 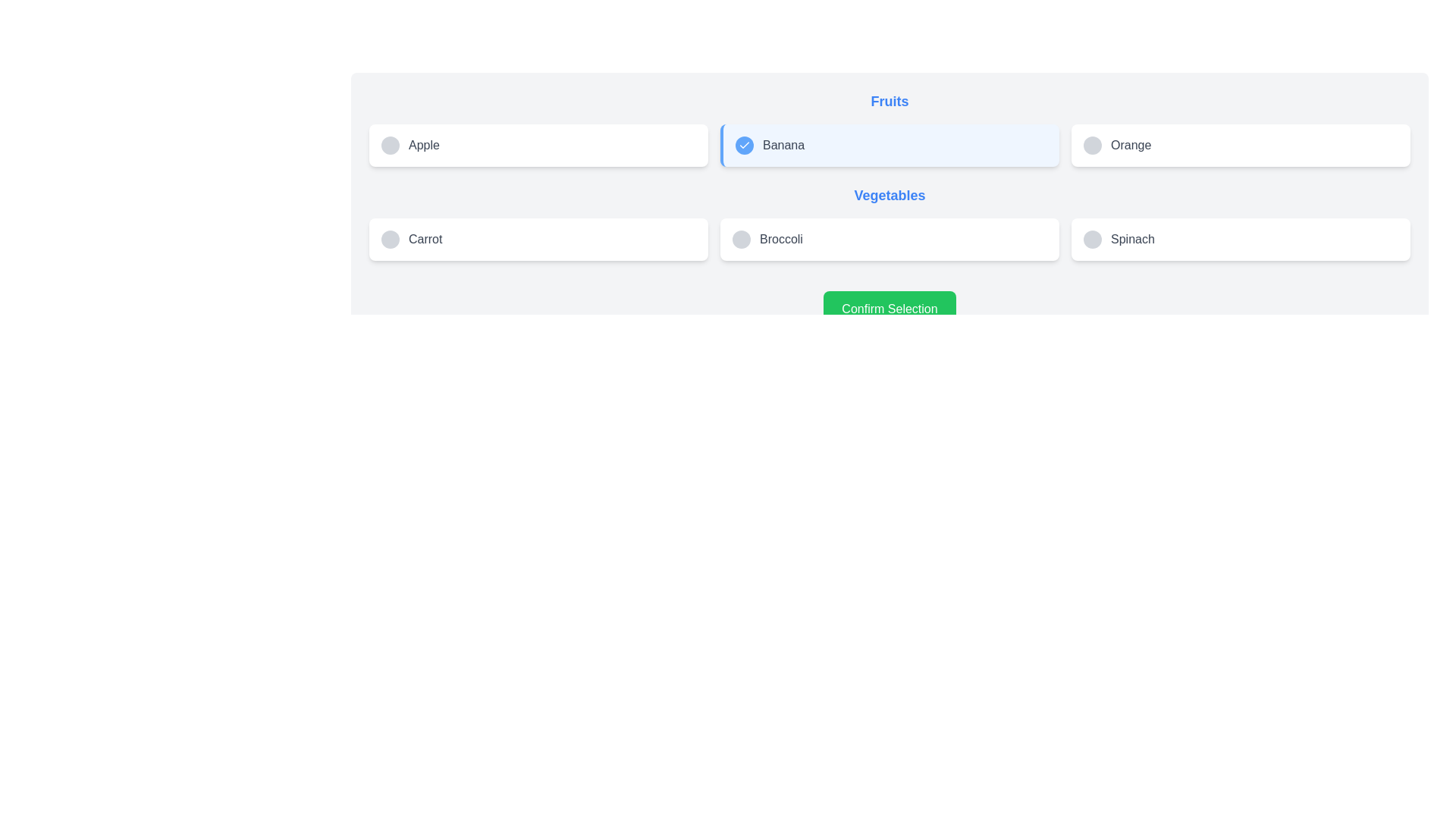 What do you see at coordinates (742, 239) in the screenshot?
I see `the Radio Button or Selector Indicator located to the left of the text 'Broccoli' under the 'Vegetables' section` at bounding box center [742, 239].